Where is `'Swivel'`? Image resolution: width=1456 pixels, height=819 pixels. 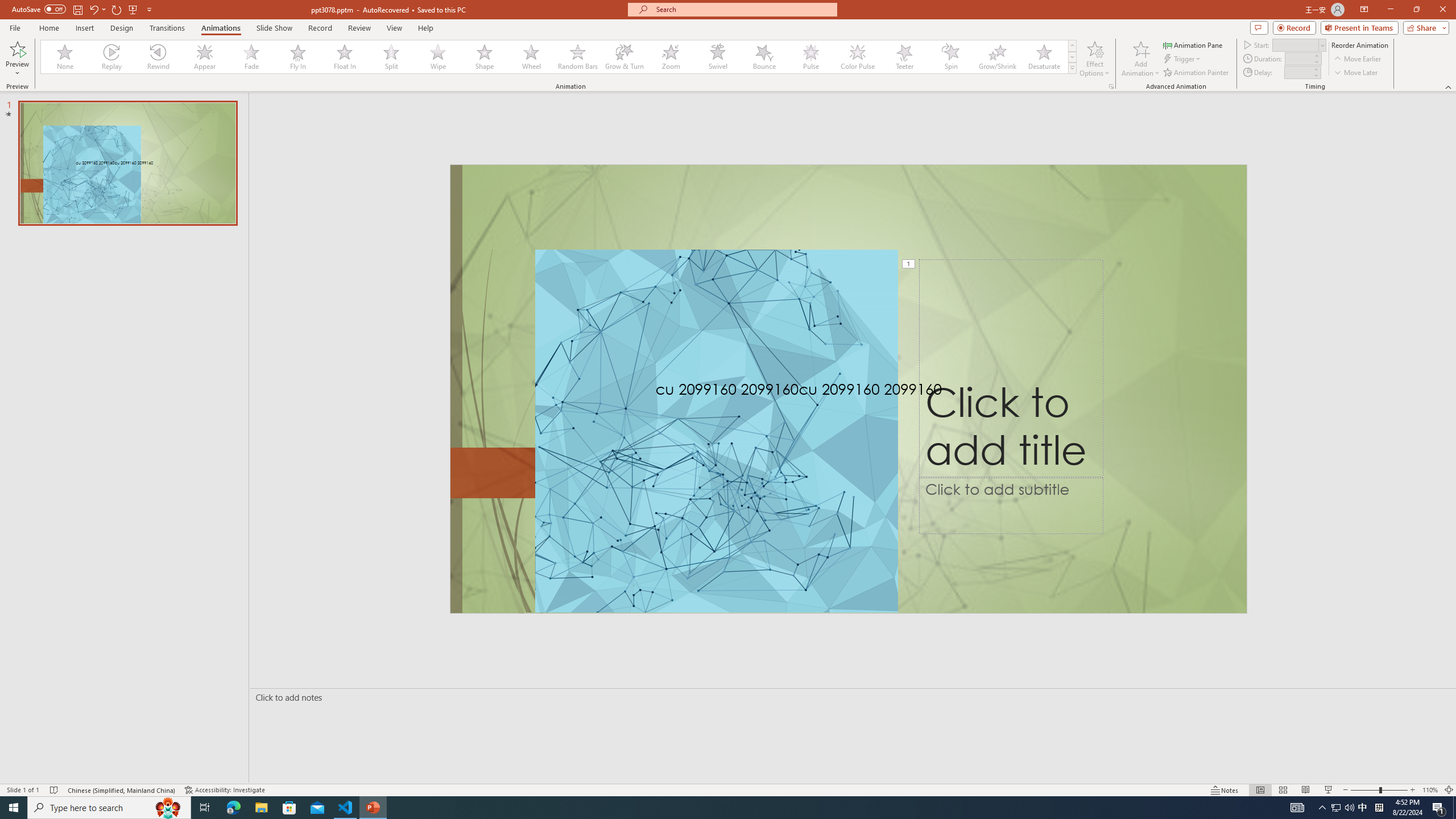 'Swivel' is located at coordinates (717, 56).